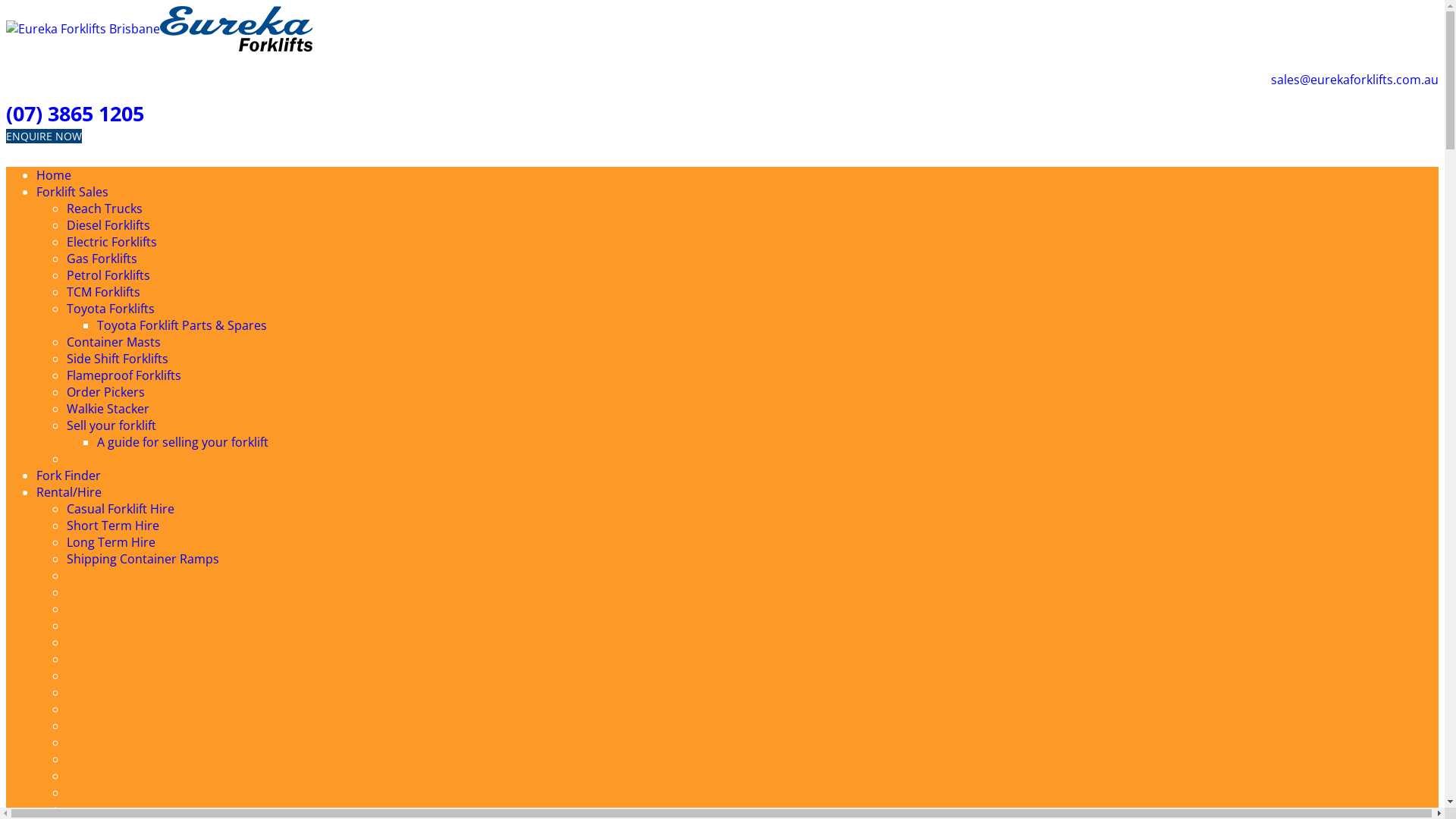  I want to click on 'ENQUIRE NOW', so click(43, 135).